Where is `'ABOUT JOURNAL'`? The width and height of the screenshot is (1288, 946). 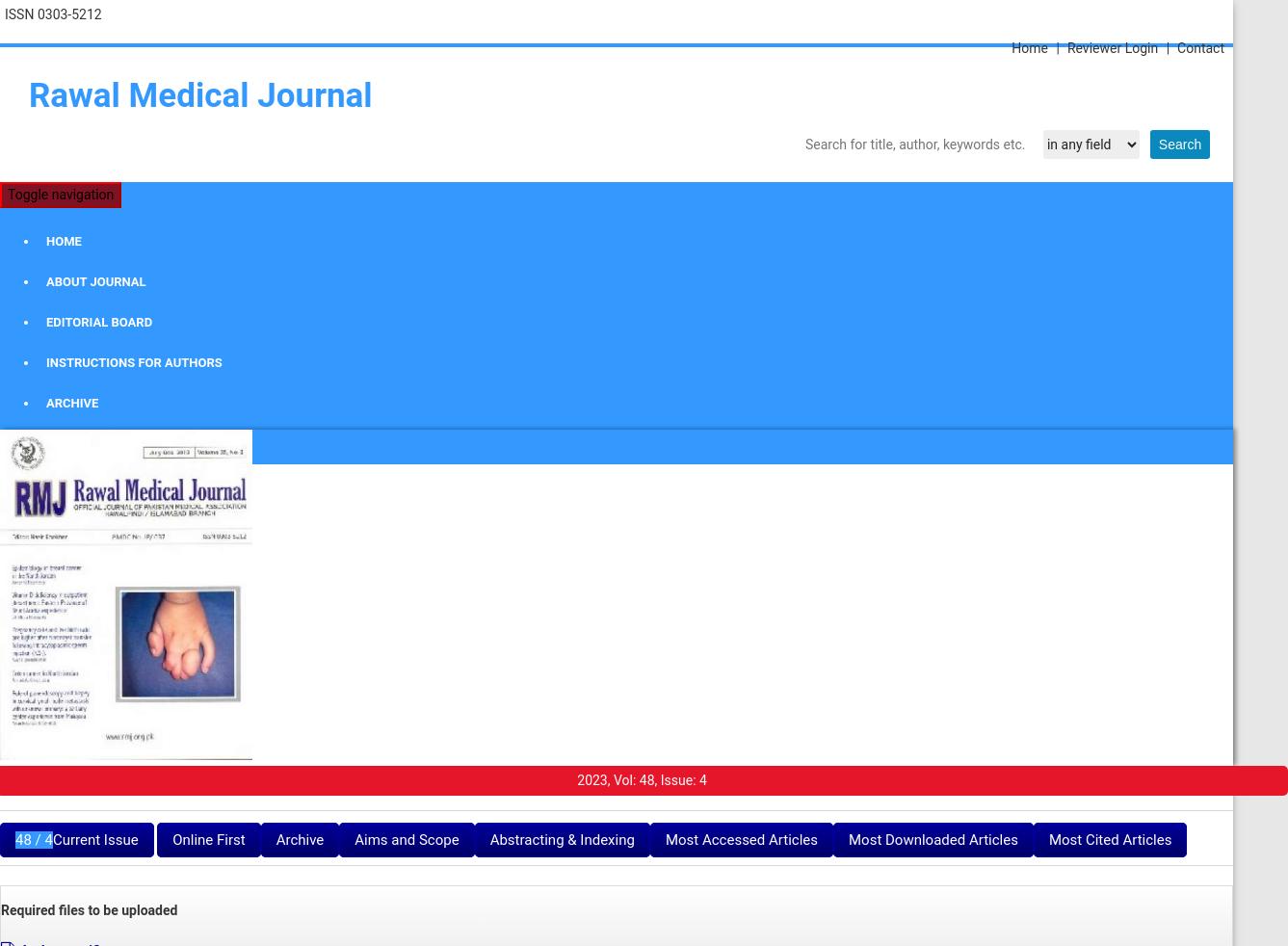
'ABOUT JOURNAL' is located at coordinates (45, 281).